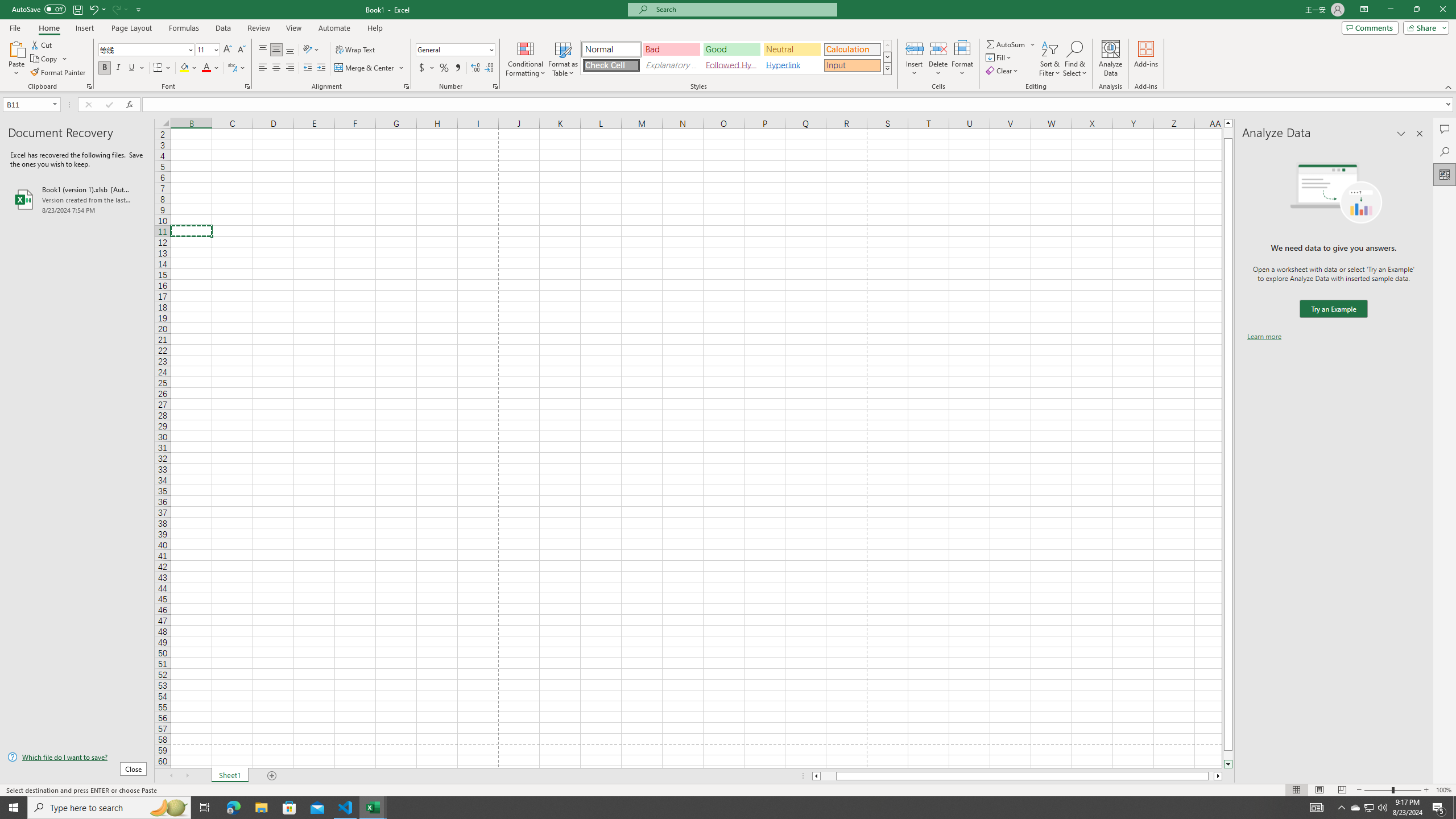 The image size is (1456, 819). I want to click on 'Accounting Number Format', so click(427, 67).